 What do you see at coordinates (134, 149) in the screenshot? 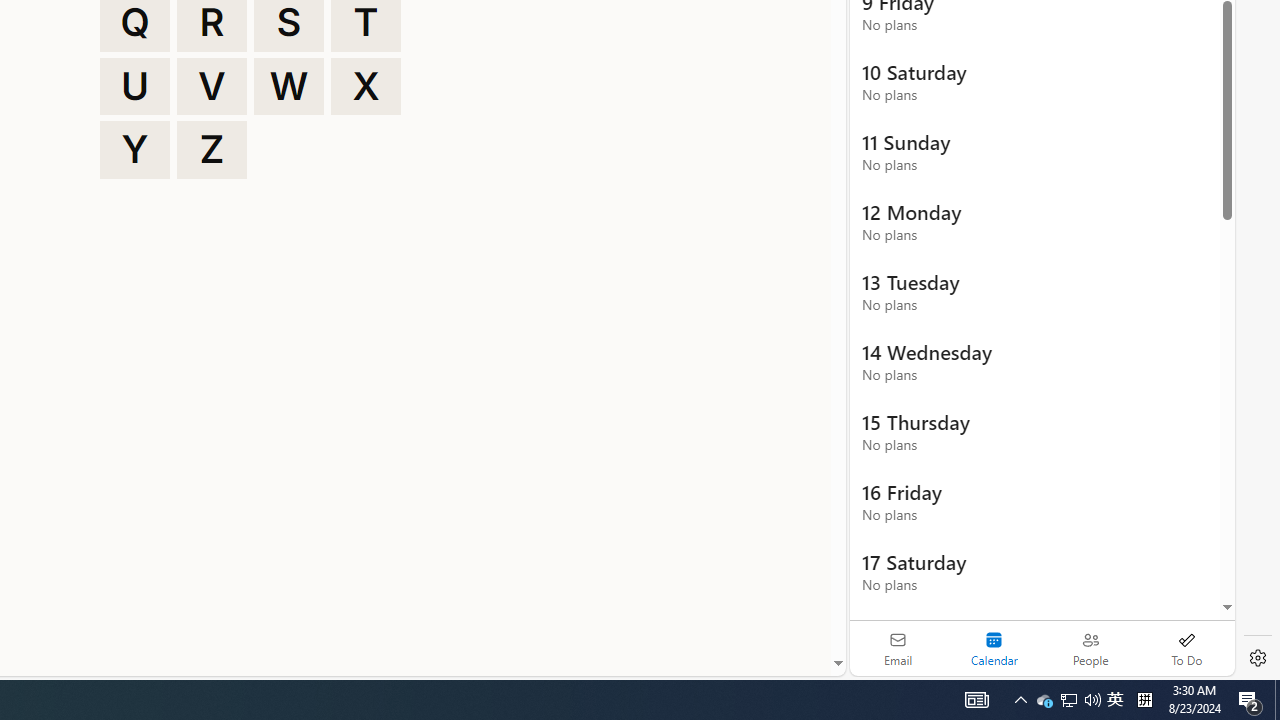
I see `'Y'` at bounding box center [134, 149].